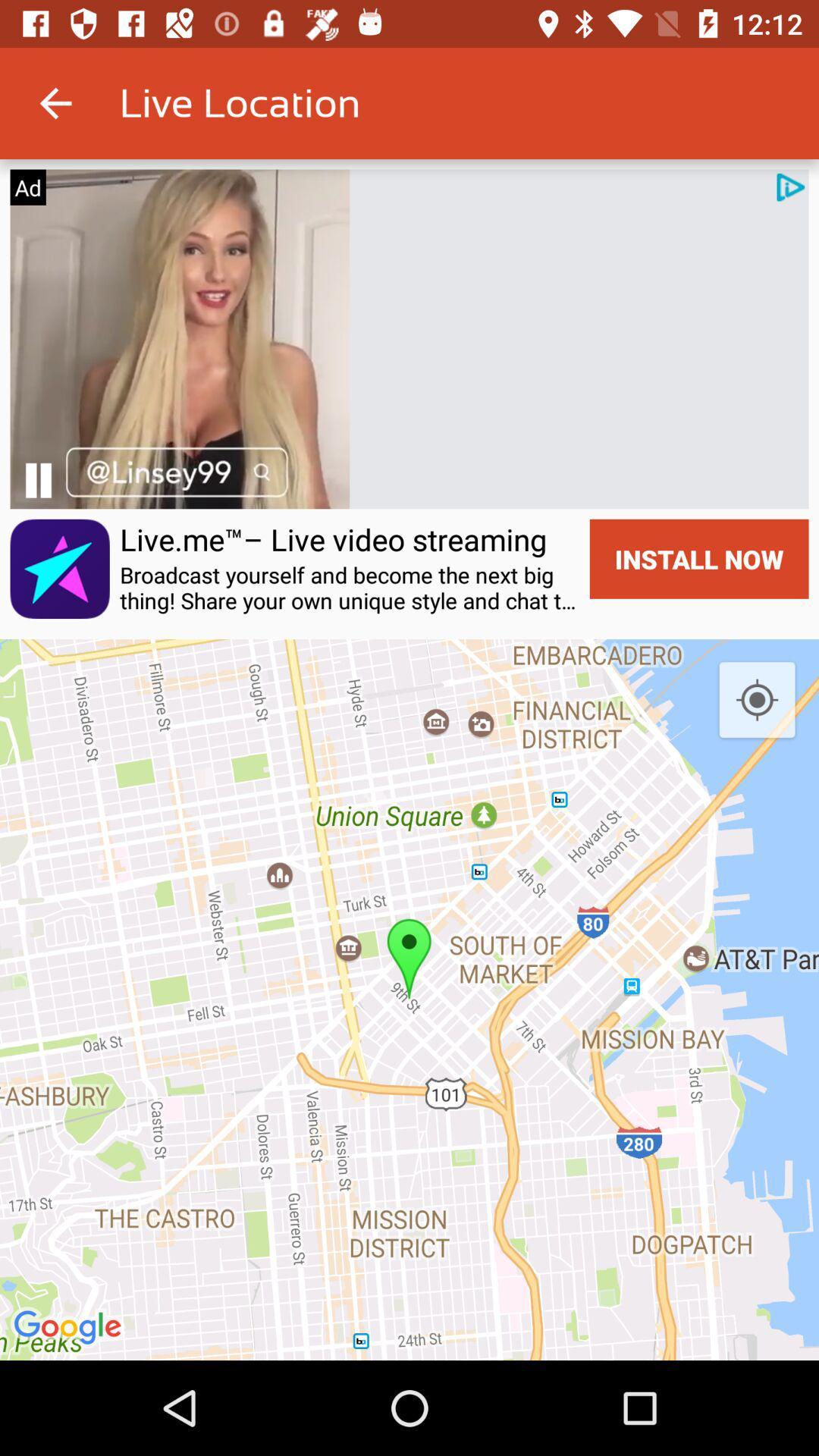 The width and height of the screenshot is (819, 1456). I want to click on the item to the left of install now item, so click(350, 587).